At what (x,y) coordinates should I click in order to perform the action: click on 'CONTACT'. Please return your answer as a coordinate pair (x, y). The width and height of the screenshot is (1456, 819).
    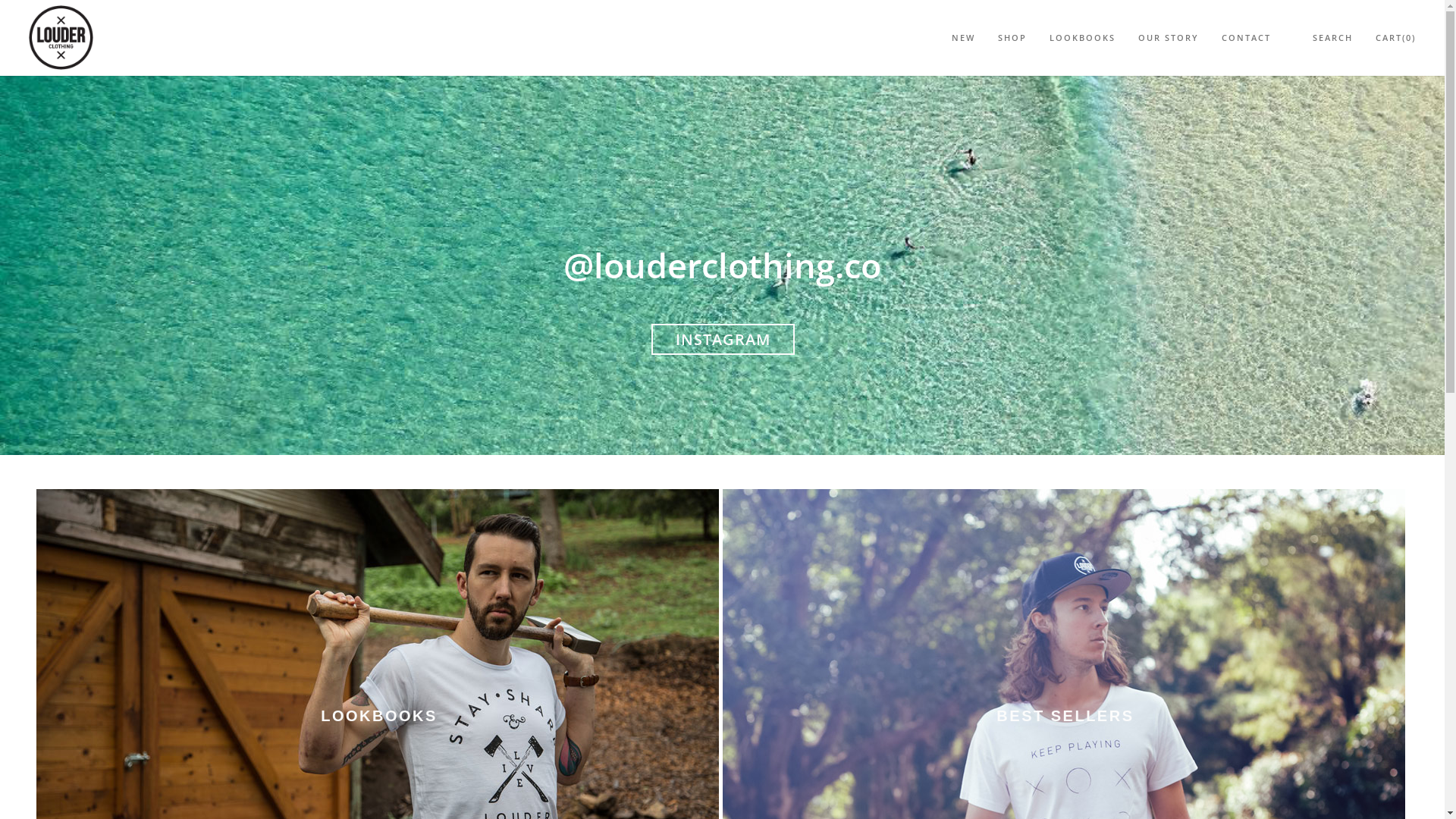
    Looking at the image, I should click on (1246, 37).